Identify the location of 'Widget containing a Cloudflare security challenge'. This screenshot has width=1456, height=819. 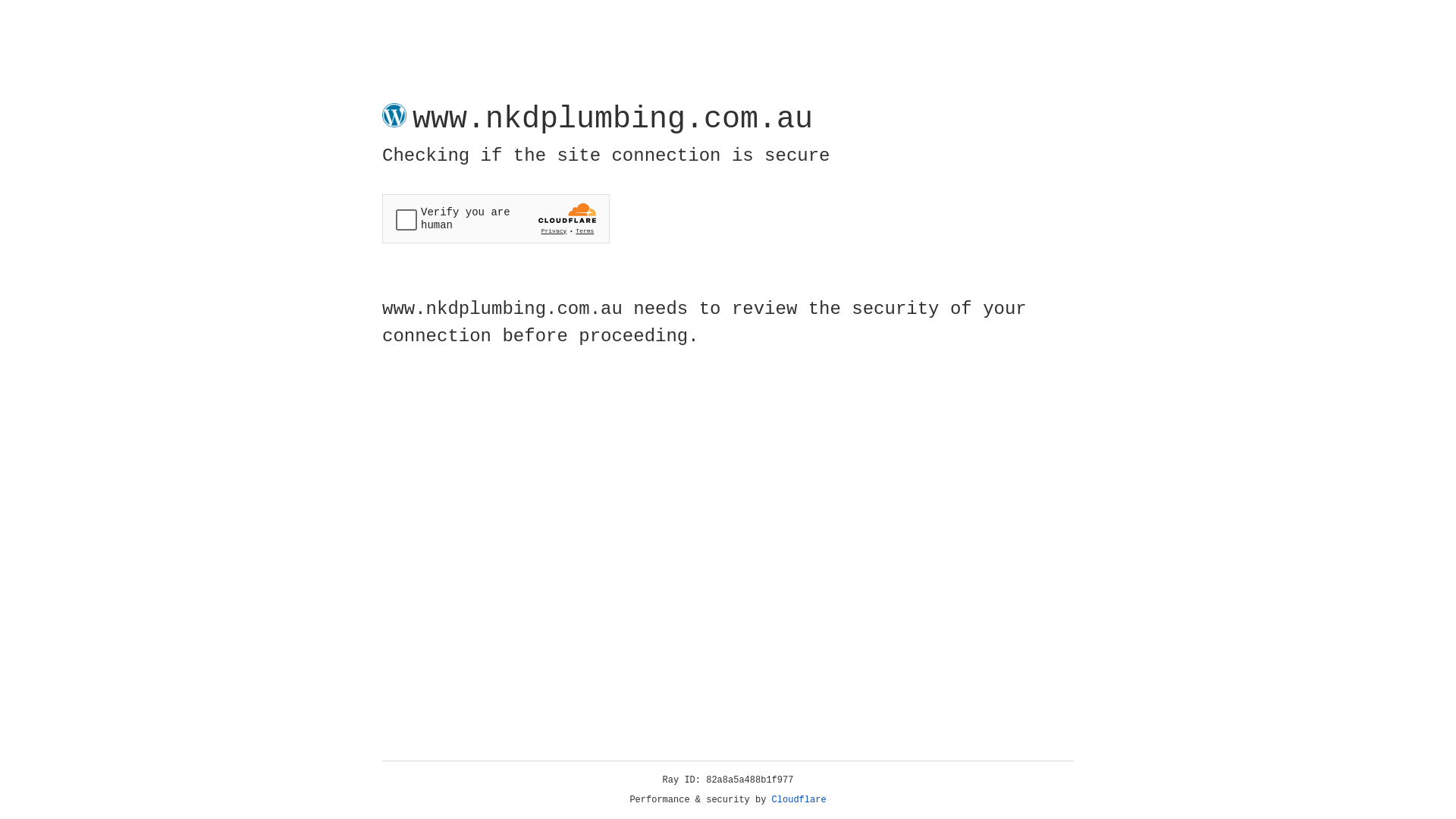
(495, 218).